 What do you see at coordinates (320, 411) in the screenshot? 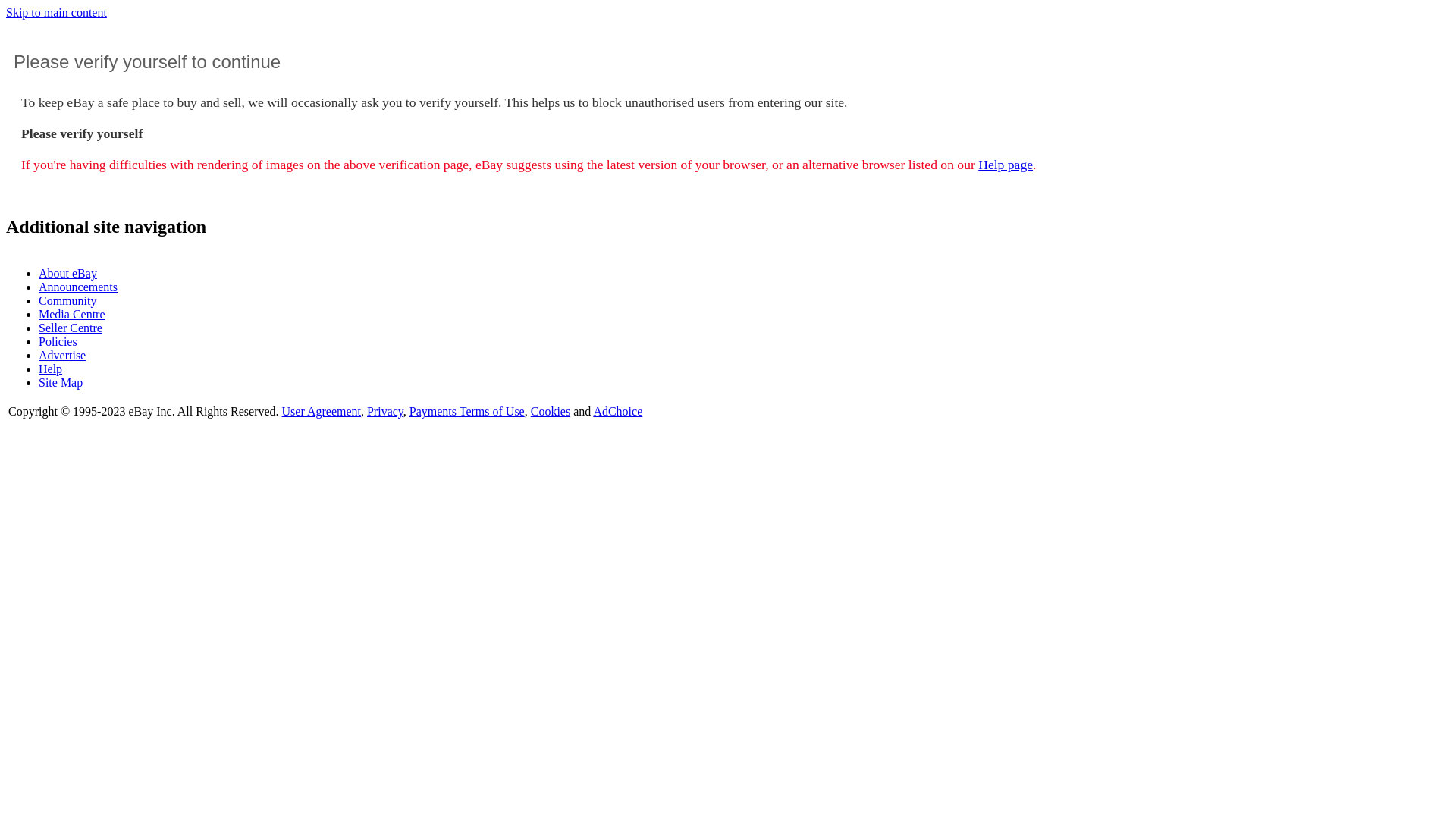
I see `'User Agreement'` at bounding box center [320, 411].